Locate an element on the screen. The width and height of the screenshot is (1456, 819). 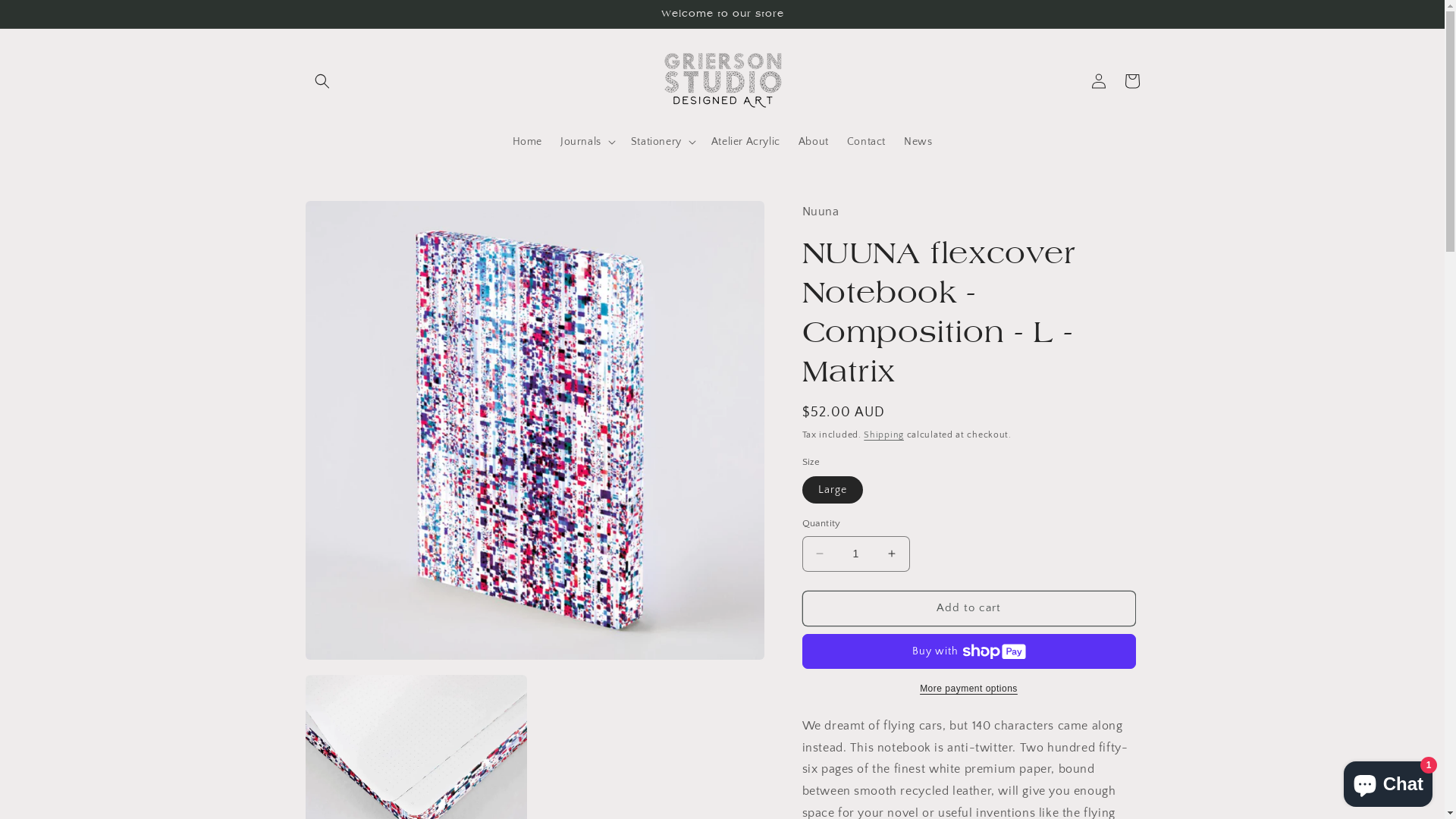
'Skip to product information' is located at coordinates (350, 218).